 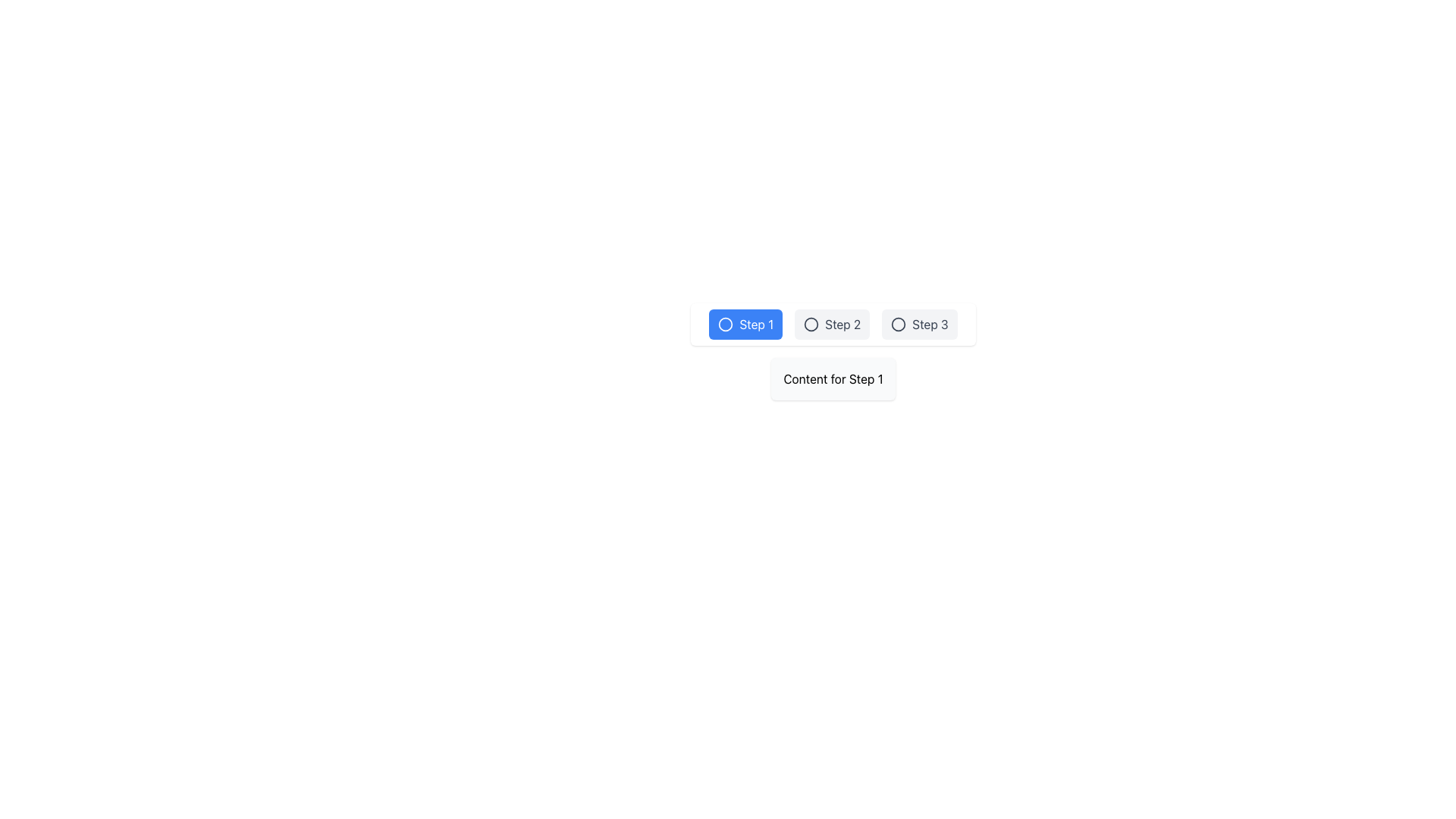 What do you see at coordinates (899, 324) in the screenshot?
I see `the SVG circle icon located within the button labeled 'Step 3', which is the third button in the sequence` at bounding box center [899, 324].